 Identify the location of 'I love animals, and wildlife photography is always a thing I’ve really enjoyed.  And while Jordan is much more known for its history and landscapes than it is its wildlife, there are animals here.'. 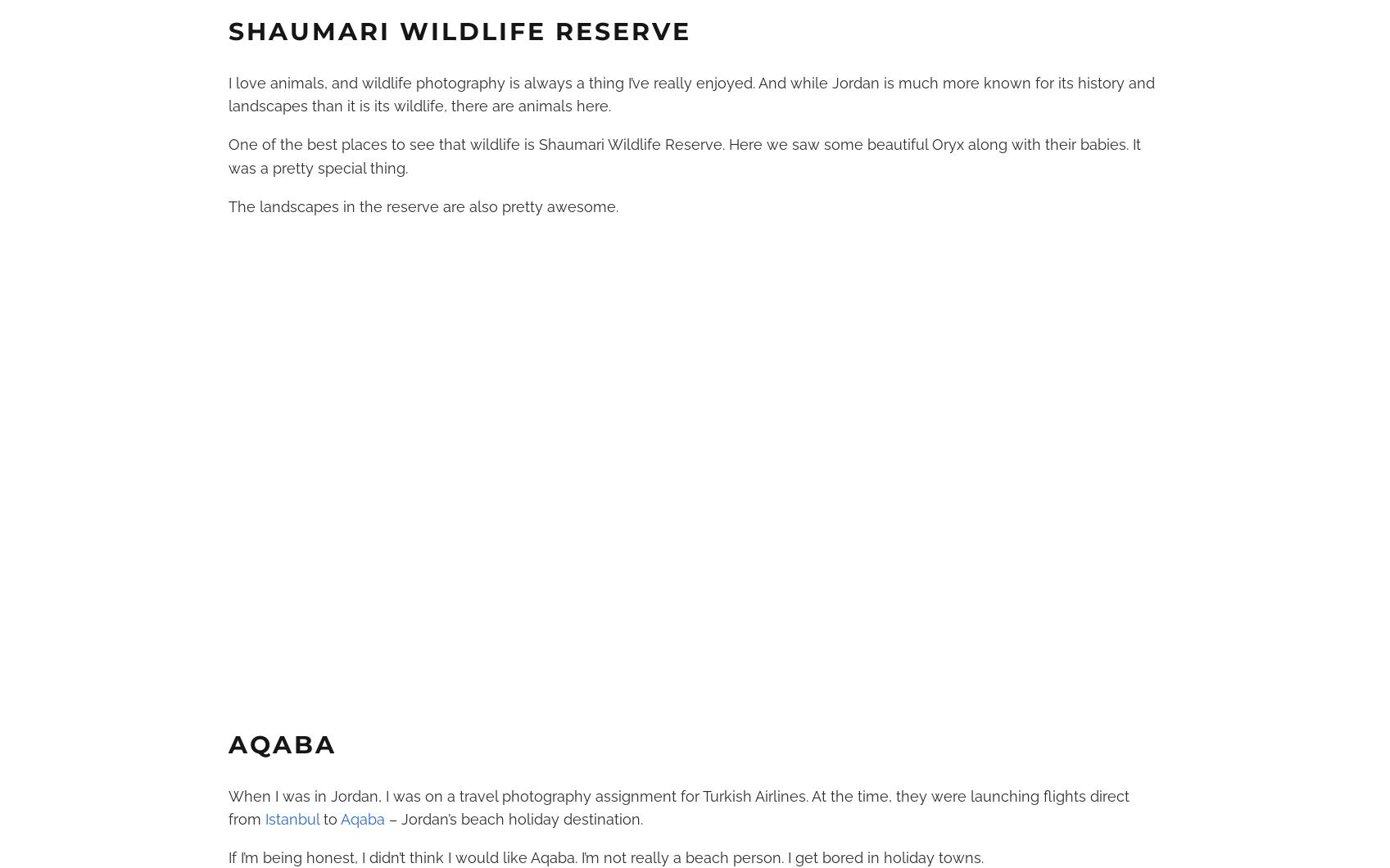
(690, 94).